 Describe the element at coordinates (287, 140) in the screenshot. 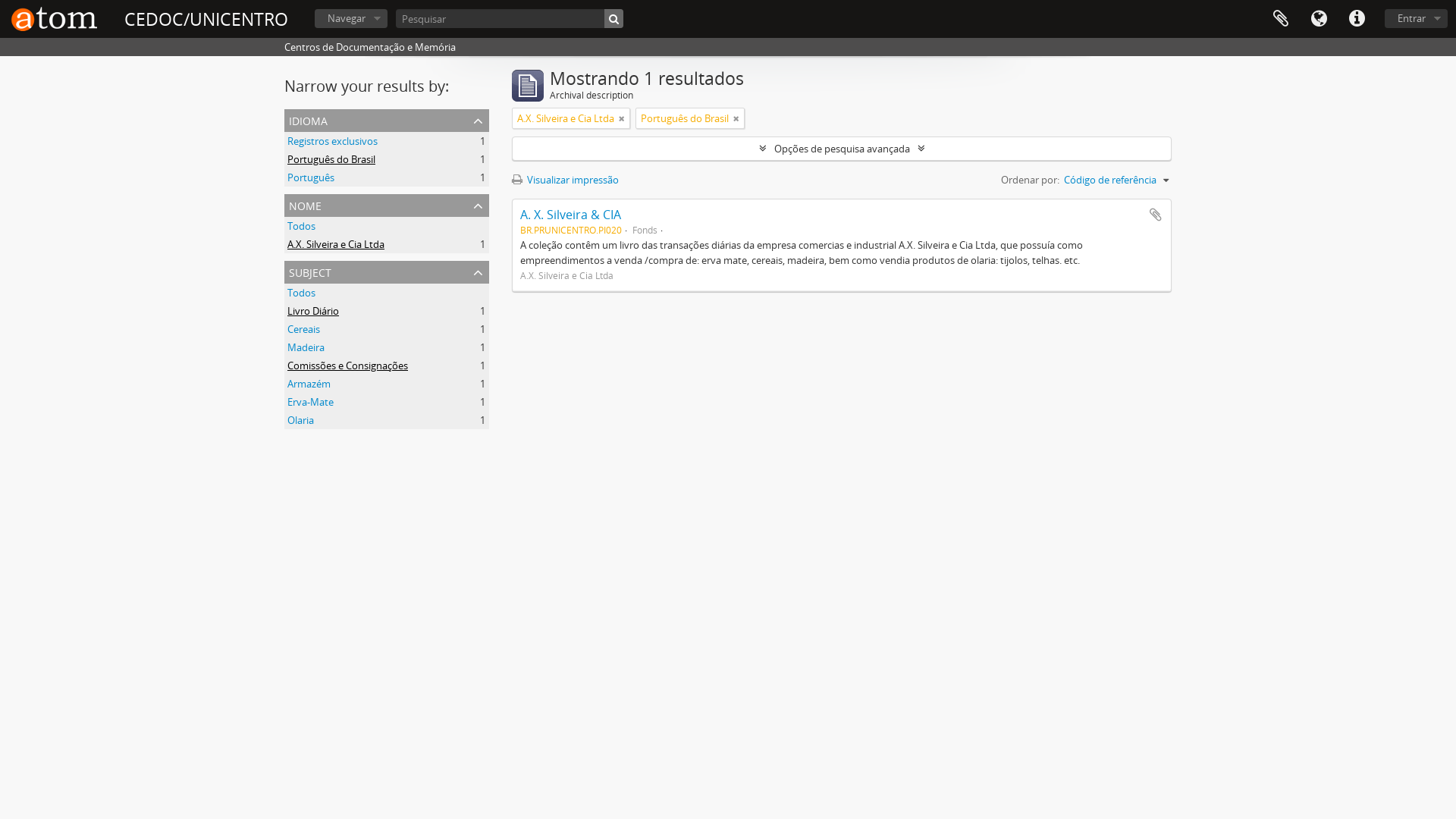

I see `'Registros exclusivos'` at that location.